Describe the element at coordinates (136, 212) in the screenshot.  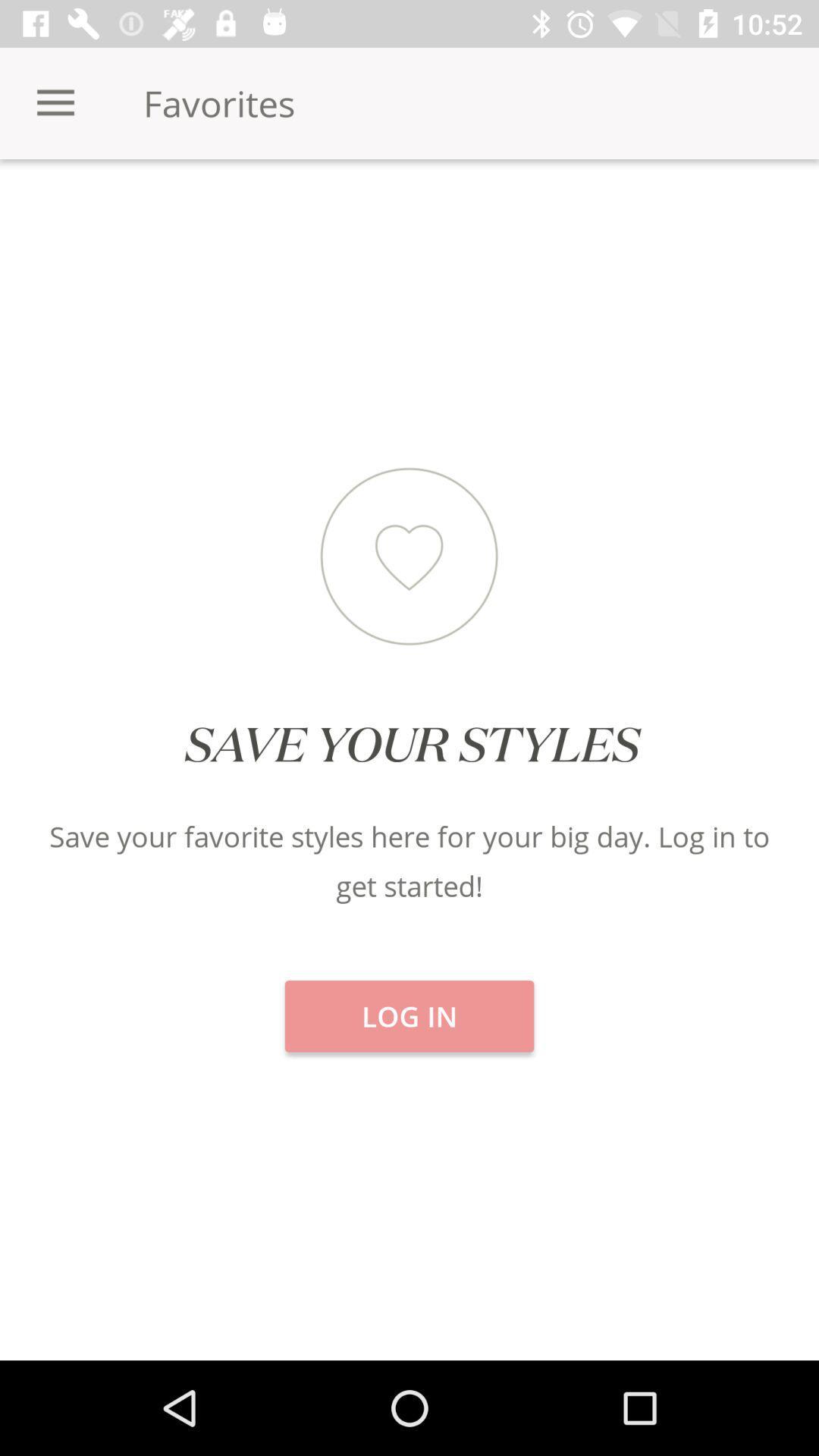
I see `the item to the left of featured icon` at that location.